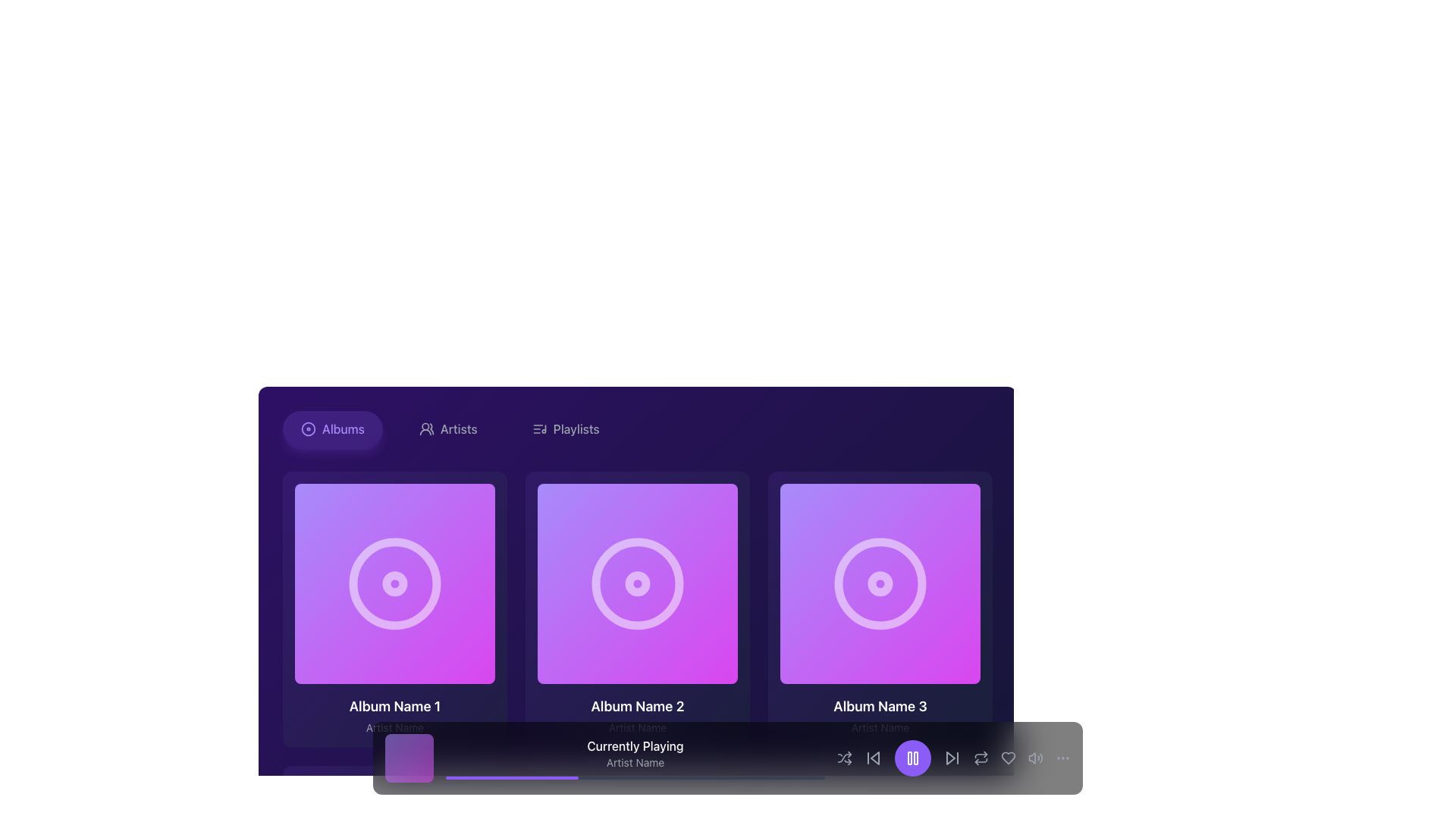  What do you see at coordinates (637, 707) in the screenshot?
I see `text label displaying 'Album Name 2', which is positioned below the album cover image and above the artist's name` at bounding box center [637, 707].